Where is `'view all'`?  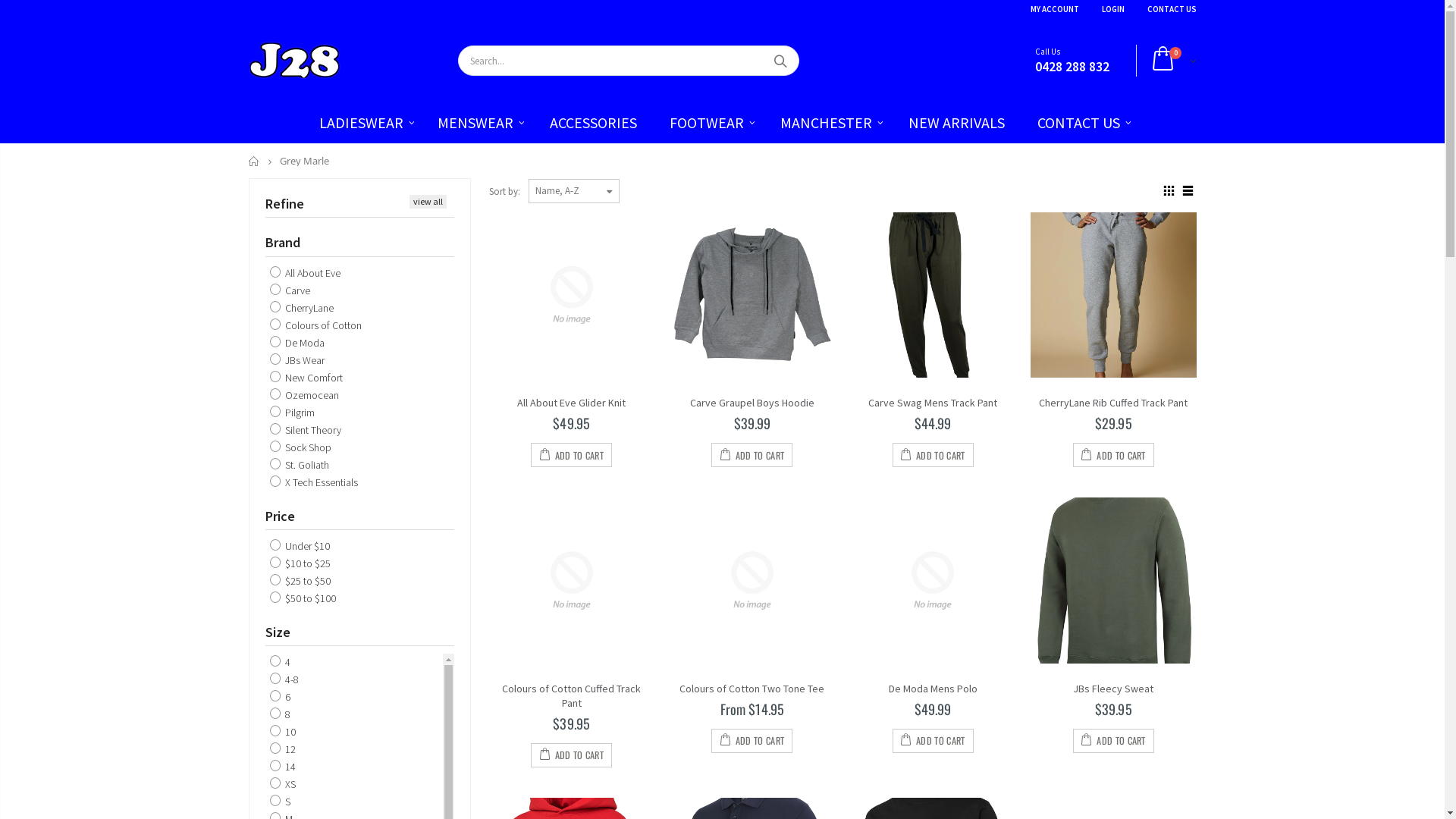
'view all' is located at coordinates (427, 201).